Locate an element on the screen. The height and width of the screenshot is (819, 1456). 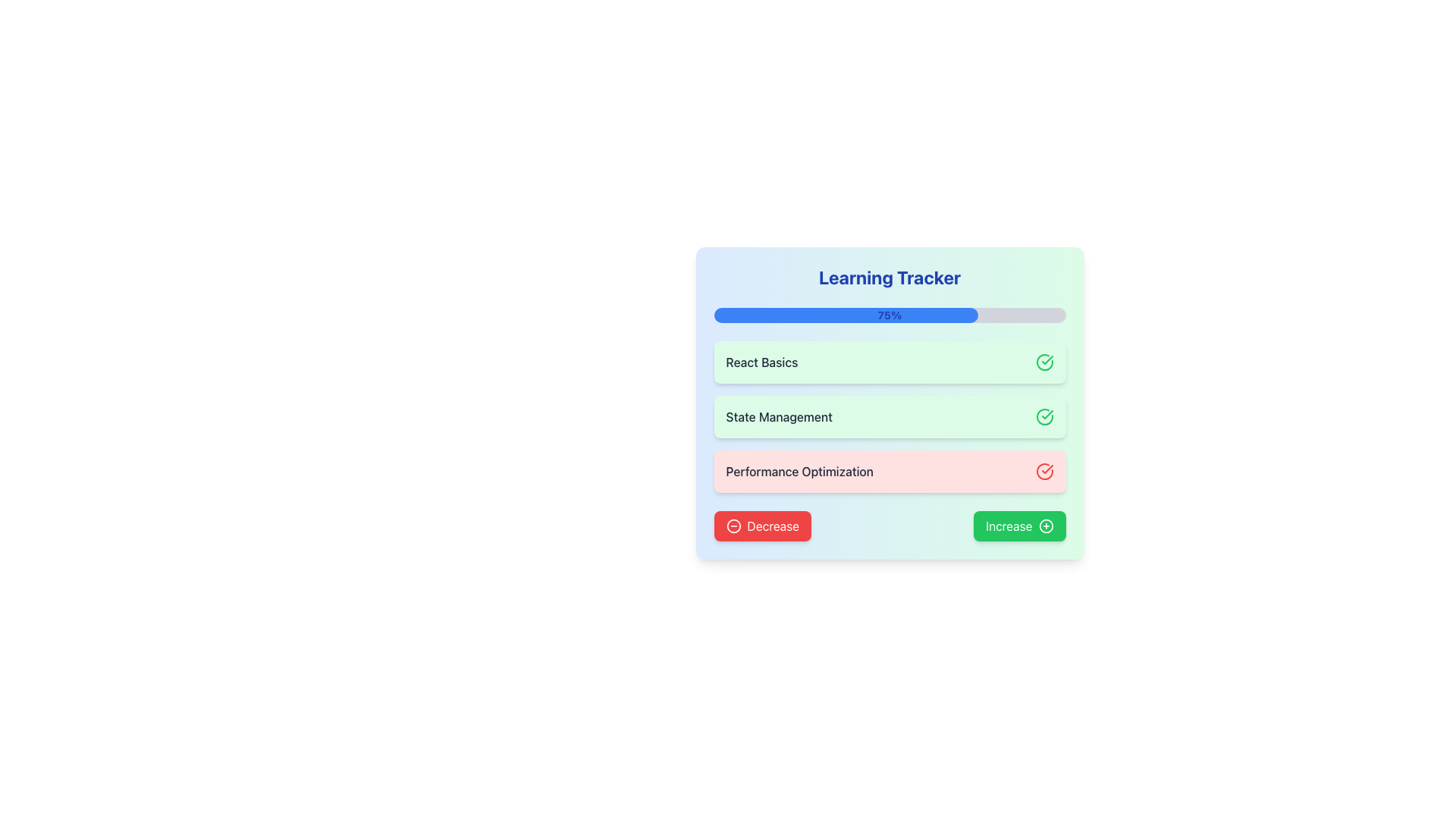
the green check mark icon located at the right end of the 'React Basics' item row within the 'Learning Tracker' section is located at coordinates (1046, 415).